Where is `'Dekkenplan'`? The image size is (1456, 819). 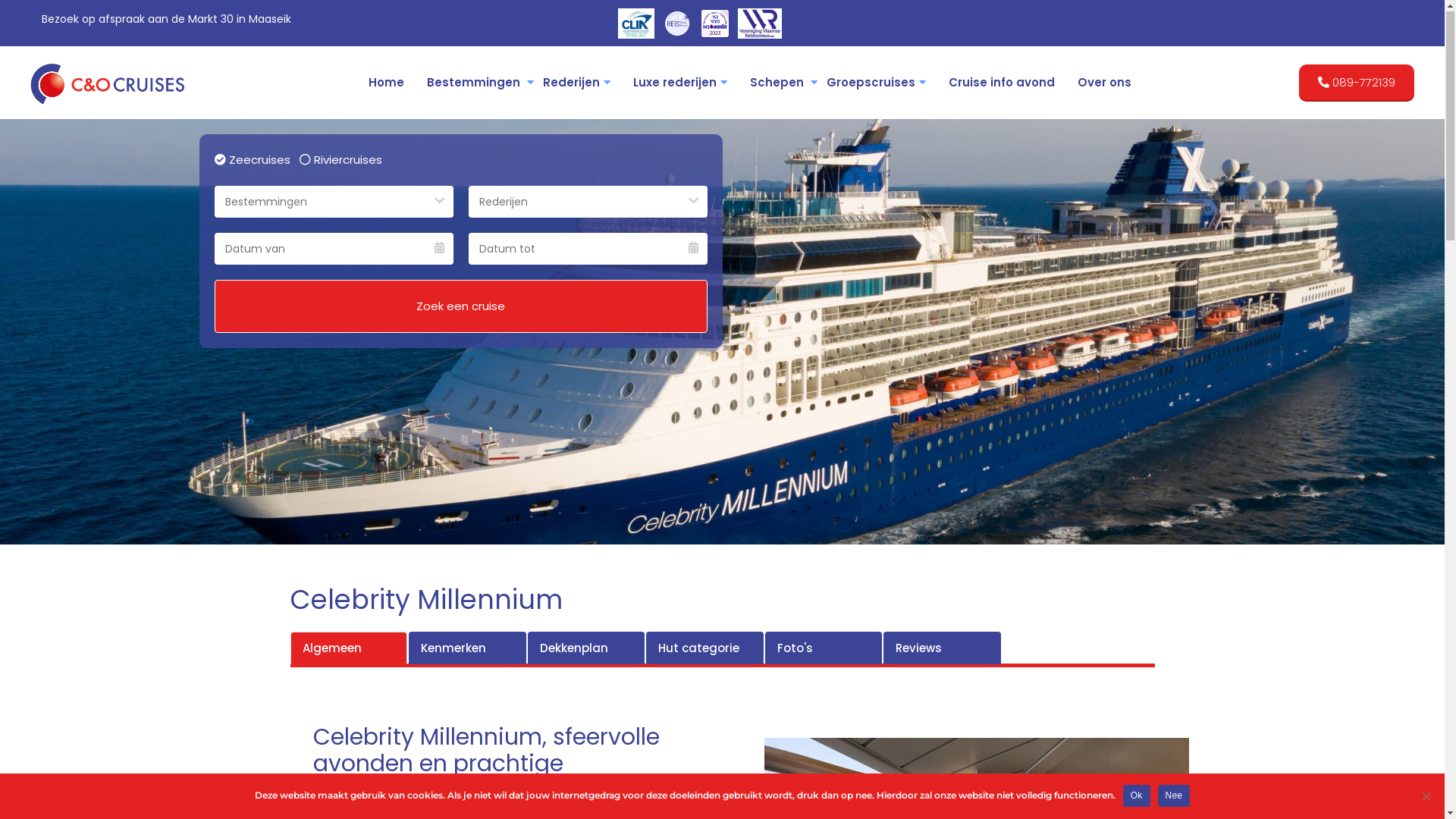 'Dekkenplan' is located at coordinates (585, 648).